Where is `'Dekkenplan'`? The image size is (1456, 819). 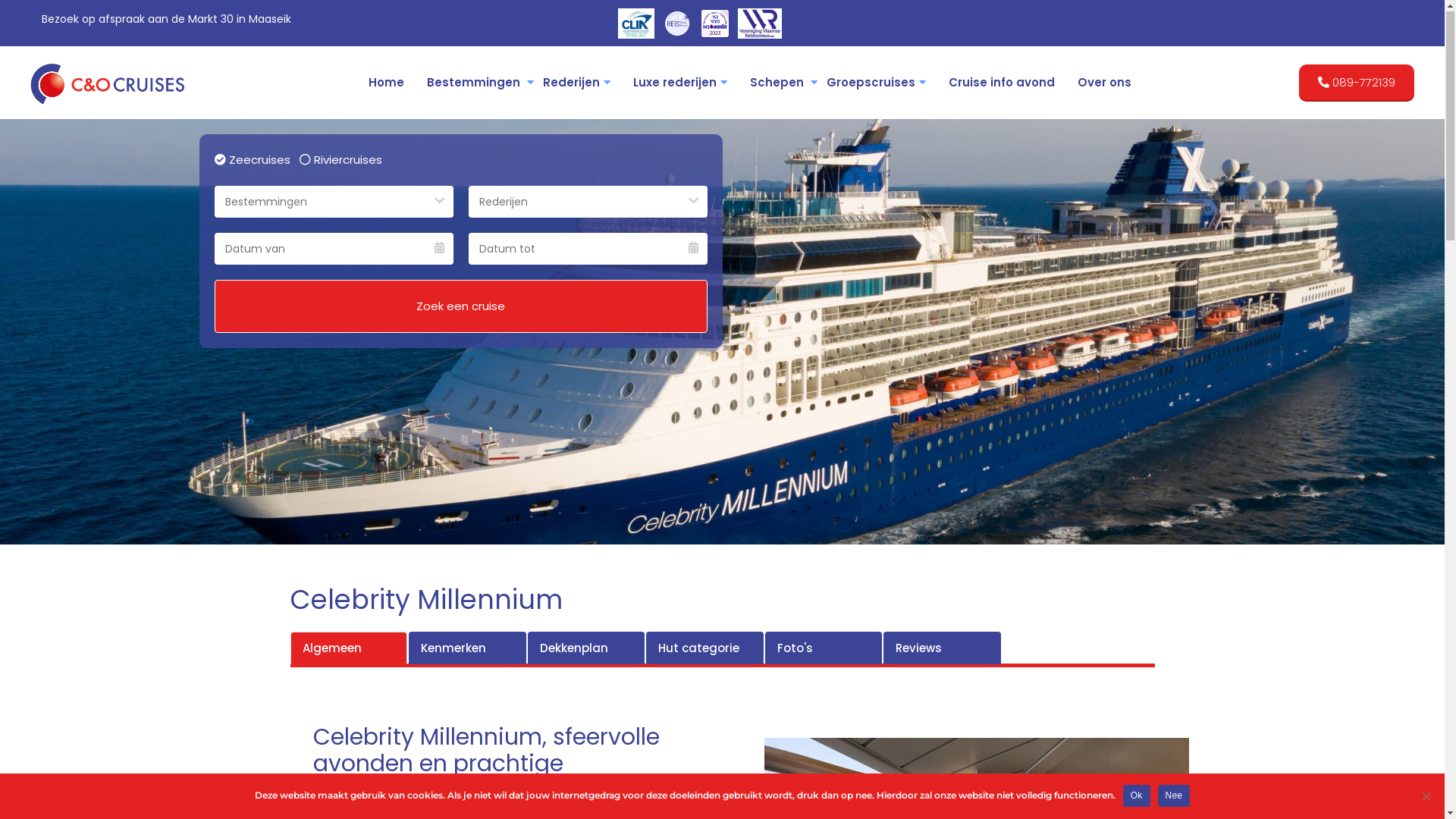 'Dekkenplan' is located at coordinates (585, 648).